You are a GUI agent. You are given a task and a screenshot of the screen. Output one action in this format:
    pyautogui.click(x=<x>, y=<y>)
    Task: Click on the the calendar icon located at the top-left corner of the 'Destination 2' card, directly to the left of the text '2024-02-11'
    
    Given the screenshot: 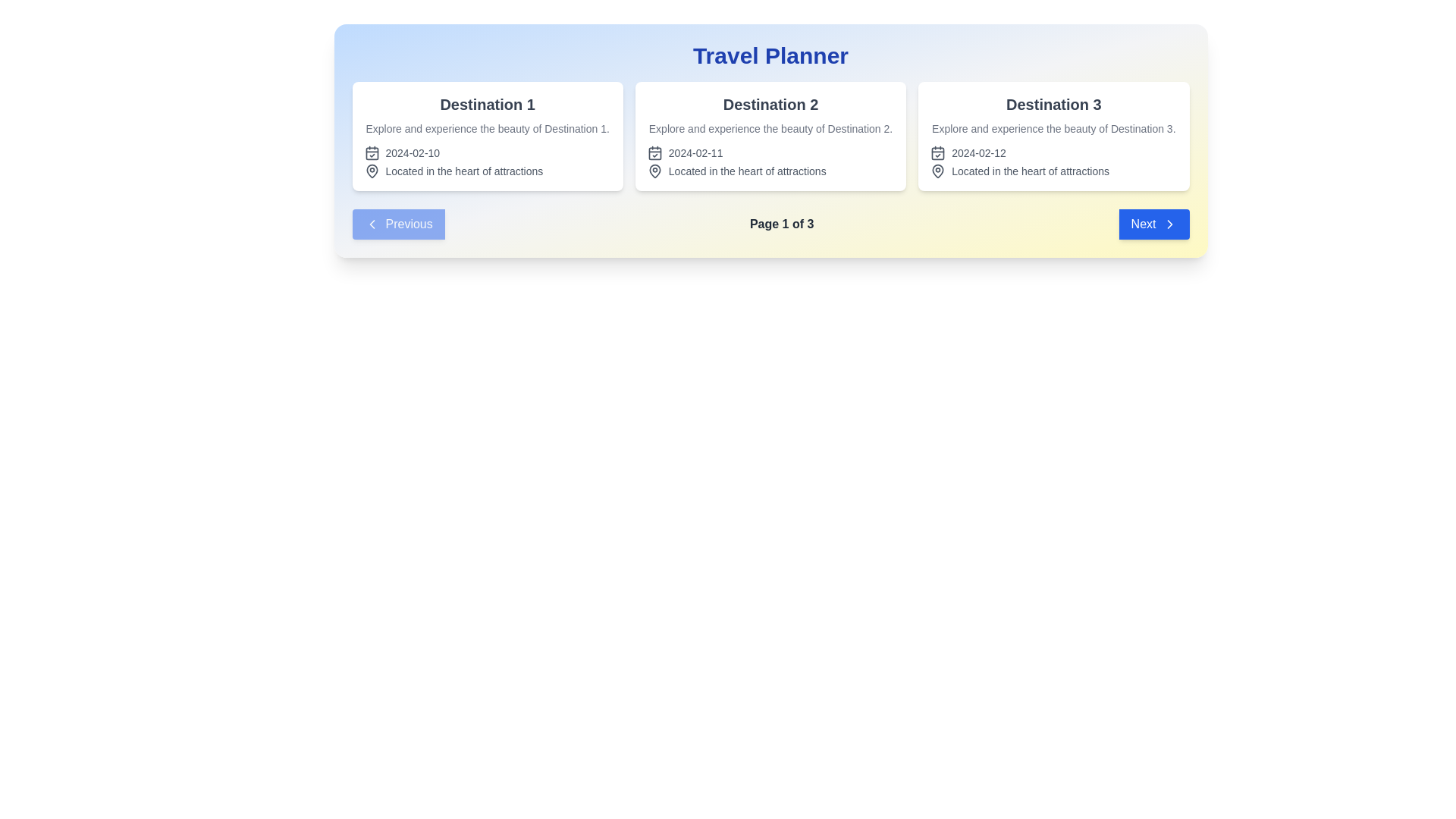 What is the action you would take?
    pyautogui.click(x=654, y=152)
    